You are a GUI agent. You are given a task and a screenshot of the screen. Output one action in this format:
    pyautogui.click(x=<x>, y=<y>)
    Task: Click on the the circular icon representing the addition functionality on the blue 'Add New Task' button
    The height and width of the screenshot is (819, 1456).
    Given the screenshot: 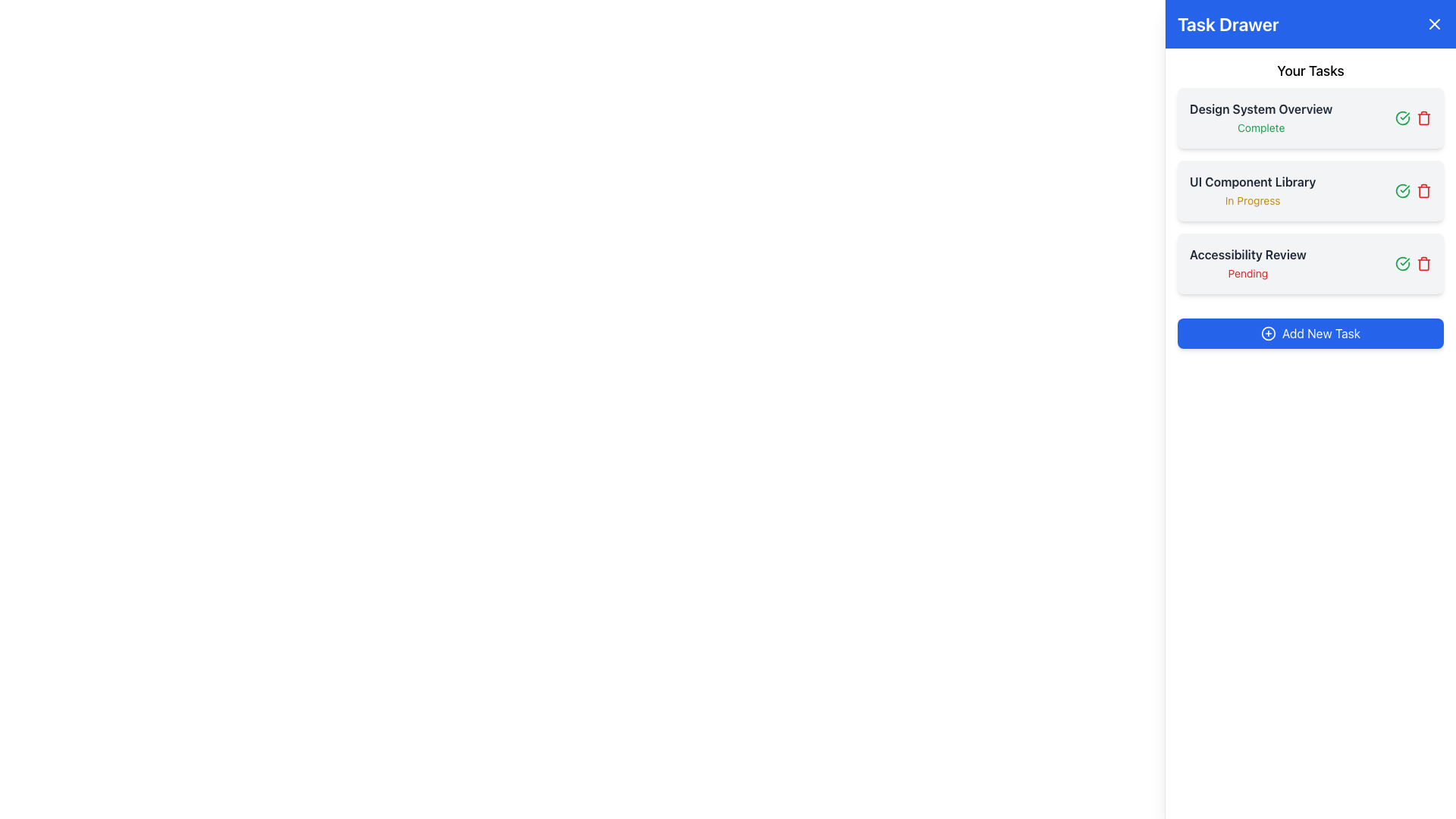 What is the action you would take?
    pyautogui.click(x=1268, y=332)
    